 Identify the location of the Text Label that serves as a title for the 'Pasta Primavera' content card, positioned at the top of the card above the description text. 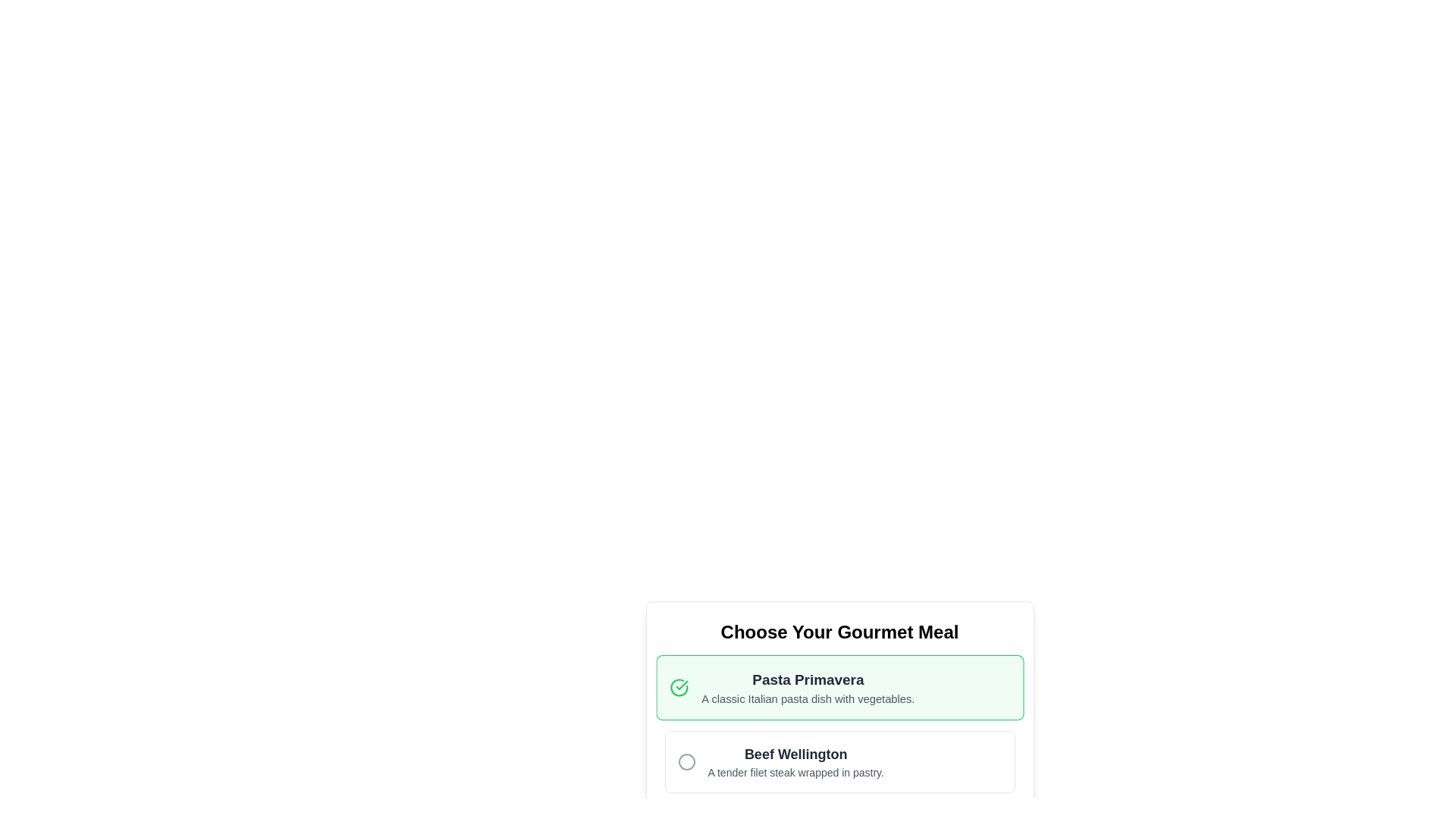
(807, 679).